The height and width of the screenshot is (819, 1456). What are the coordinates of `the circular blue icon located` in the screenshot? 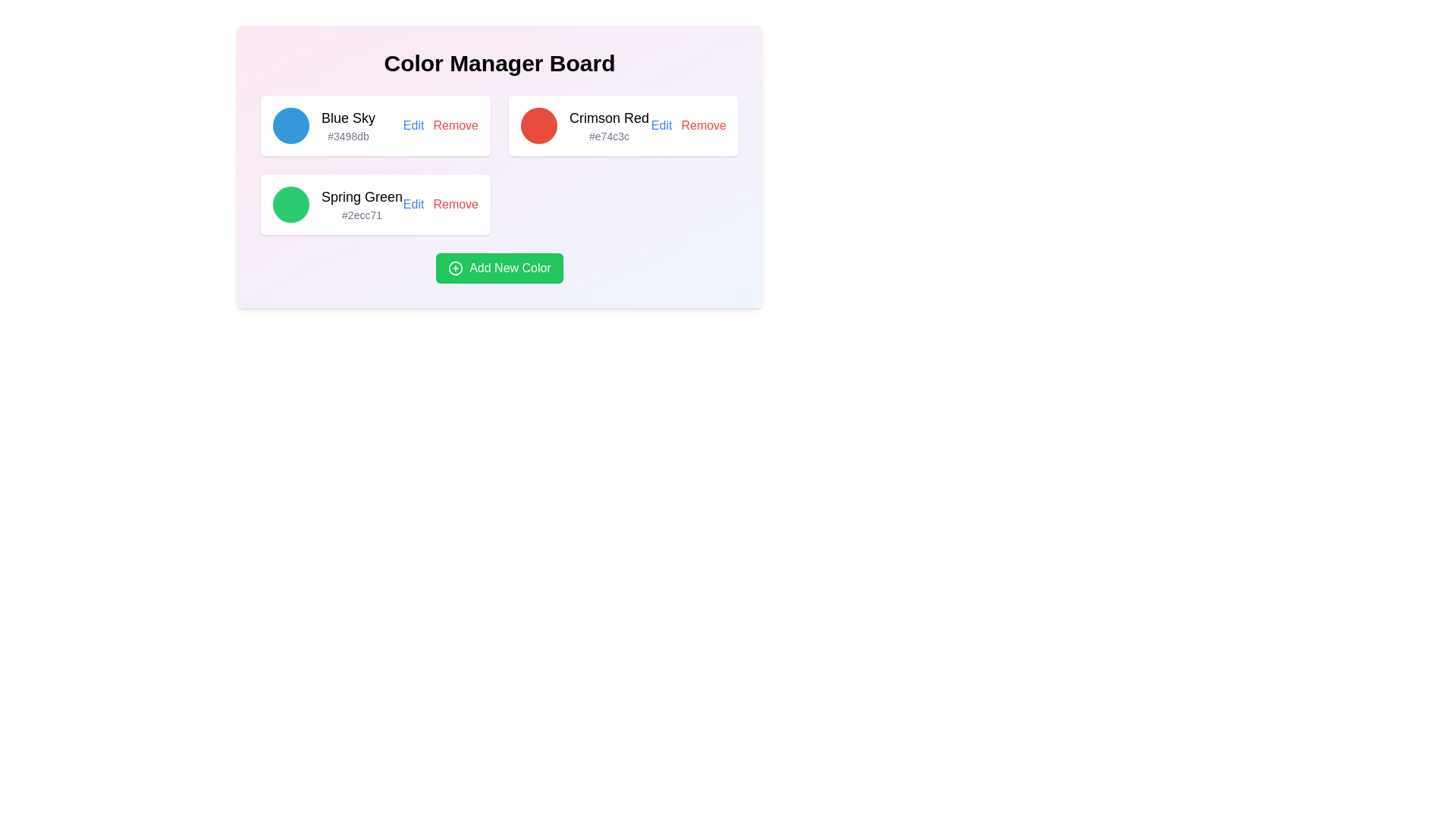 It's located at (291, 124).